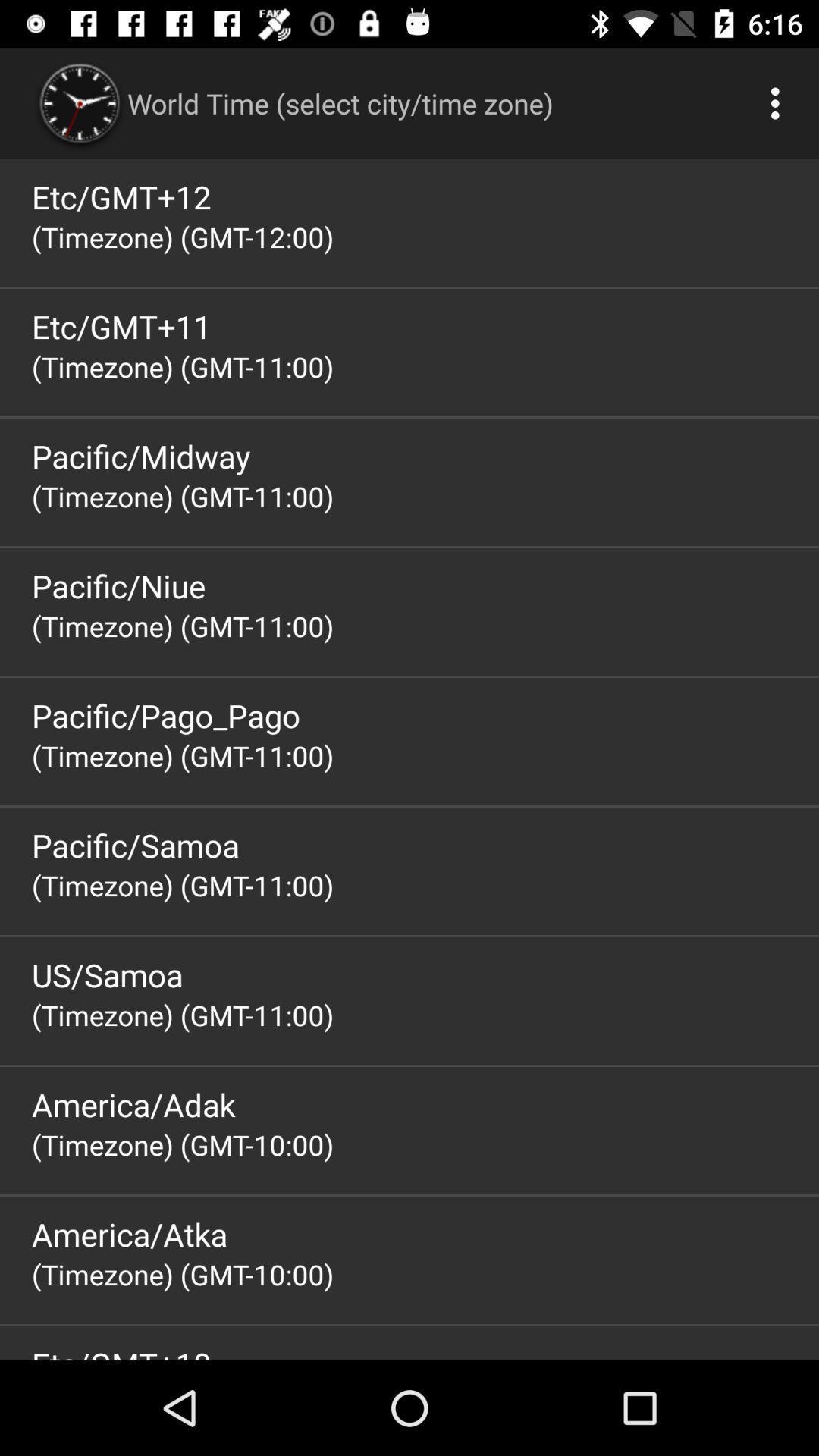 The image size is (819, 1456). Describe the element at coordinates (779, 102) in the screenshot. I see `the item to the right of the world time select item` at that location.